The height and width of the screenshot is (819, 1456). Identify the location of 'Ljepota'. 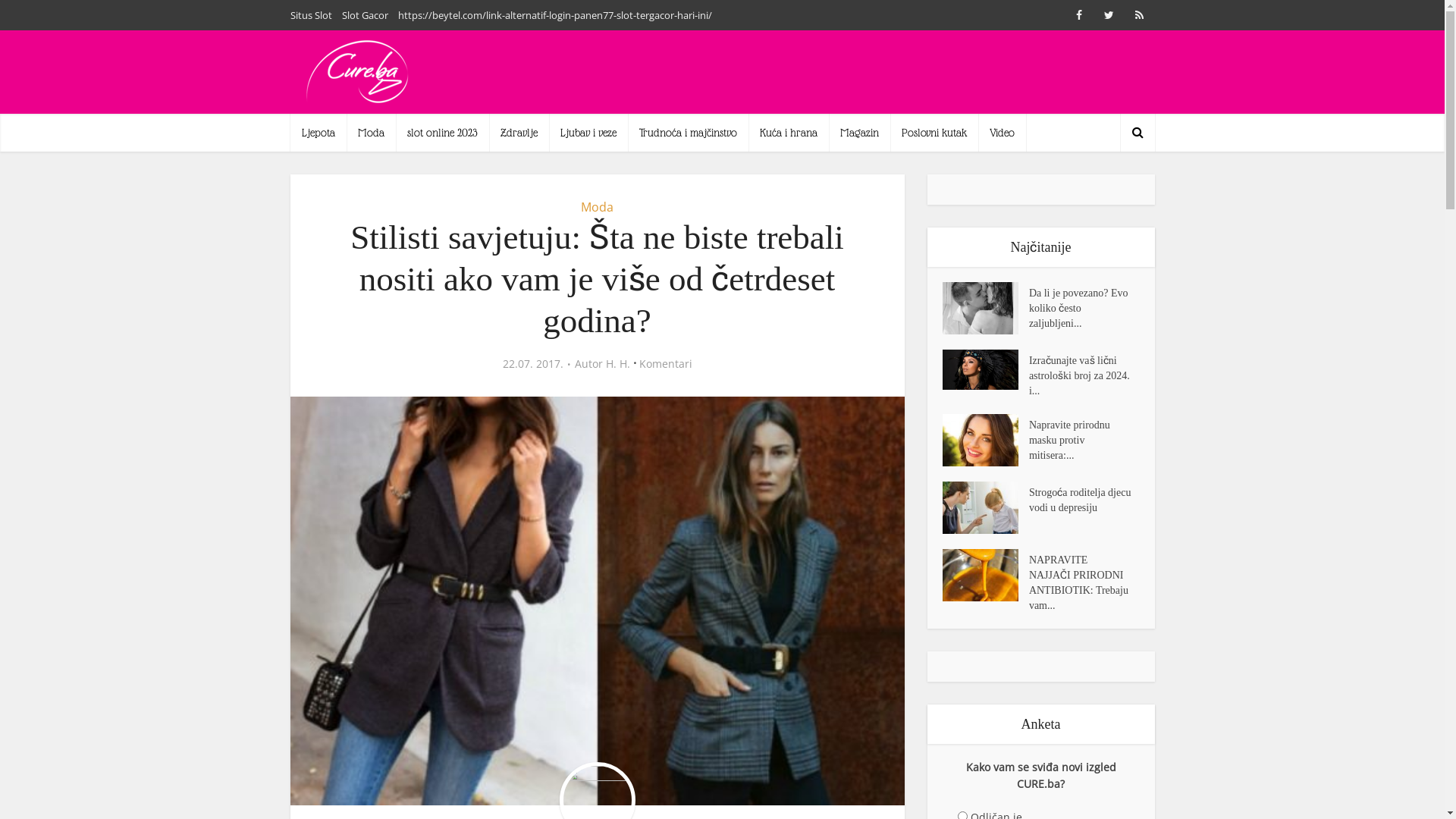
(290, 131).